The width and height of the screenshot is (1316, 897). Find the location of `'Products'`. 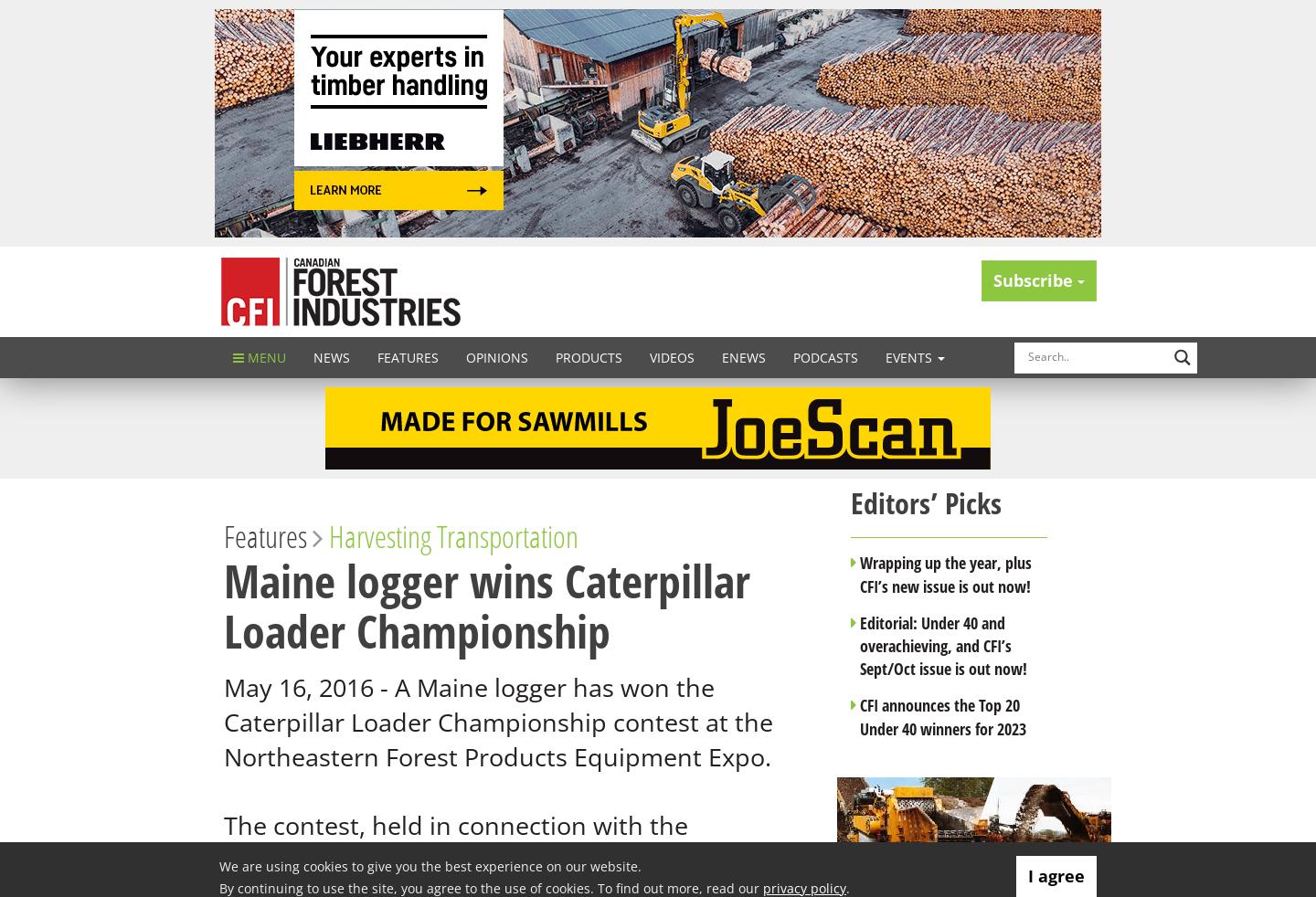

'Products' is located at coordinates (588, 356).